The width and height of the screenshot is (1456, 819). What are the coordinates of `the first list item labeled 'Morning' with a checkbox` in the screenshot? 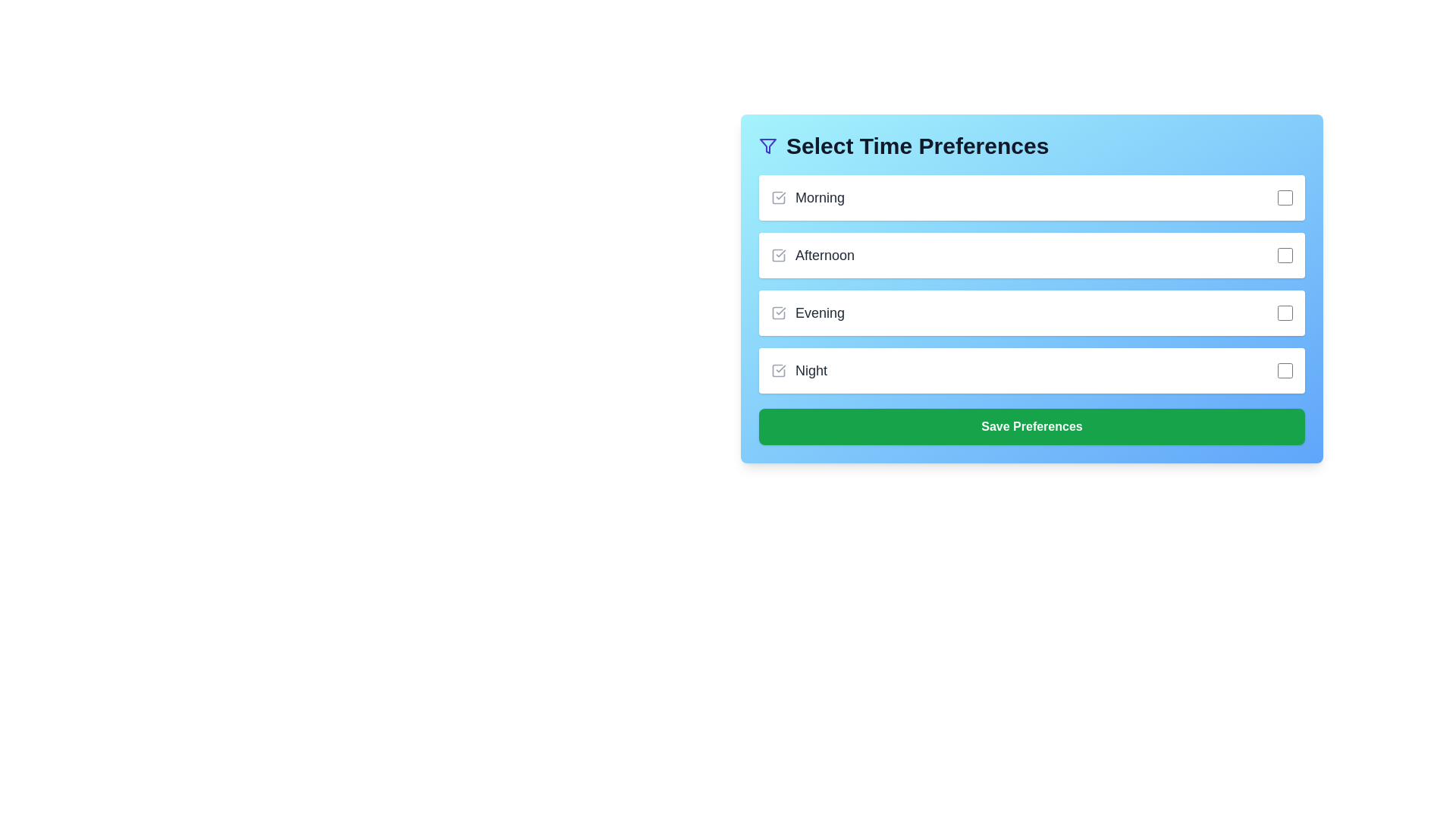 It's located at (1031, 197).